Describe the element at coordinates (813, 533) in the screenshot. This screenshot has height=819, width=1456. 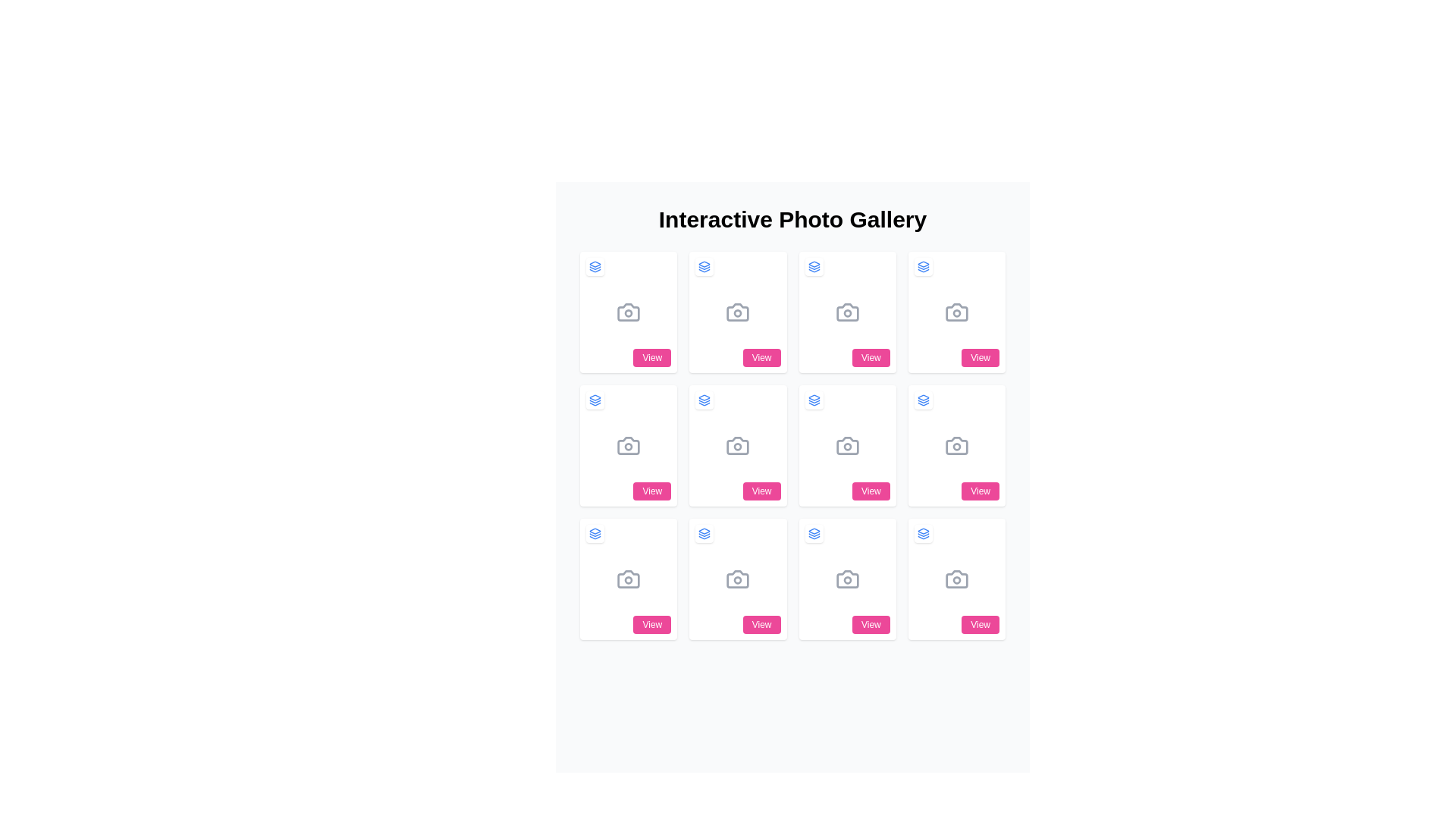
I see `the static icon in the top-left corner of the card located in the second column of the third row of the grid` at that location.